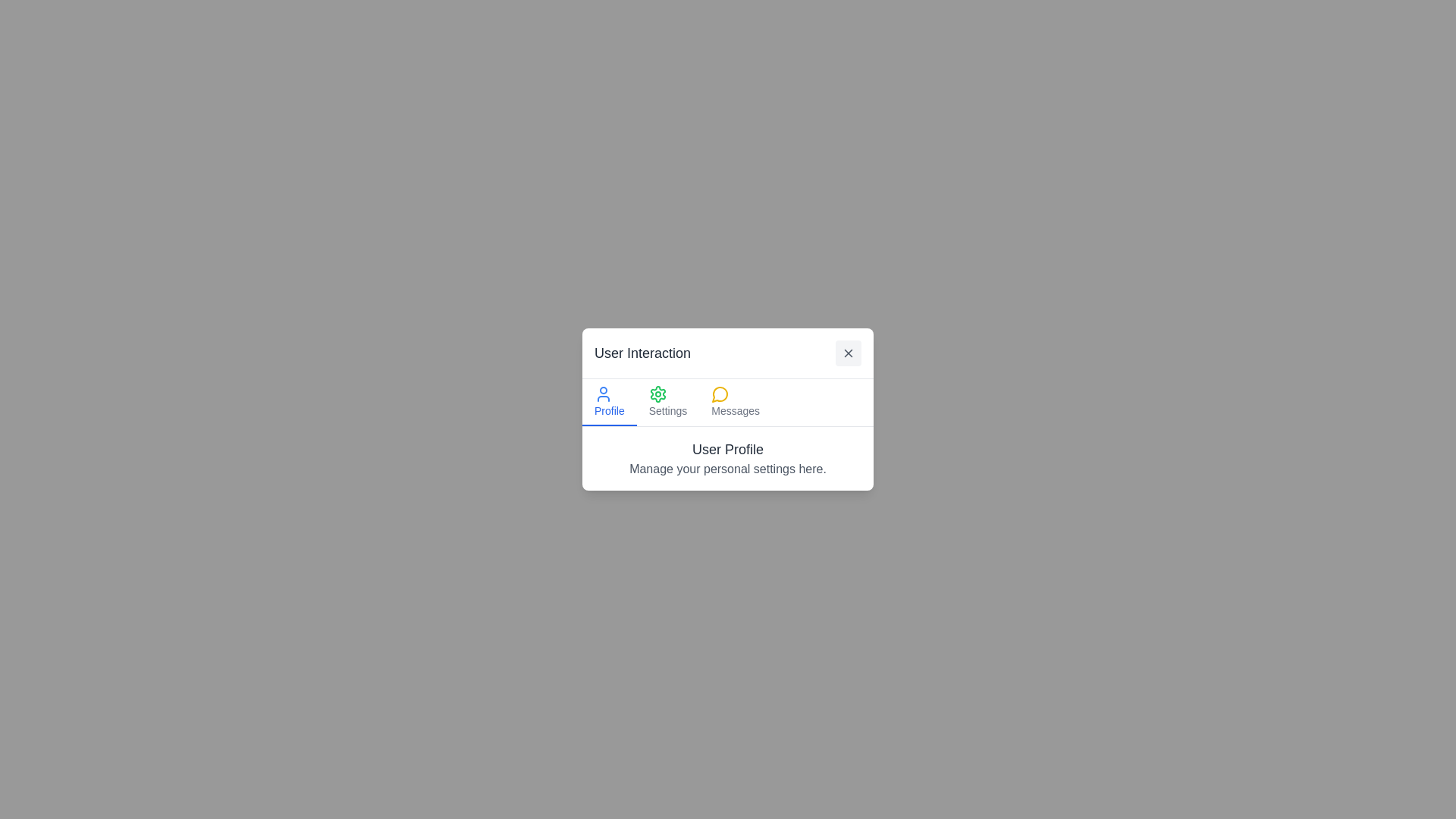 The height and width of the screenshot is (819, 1456). I want to click on the yellow speech bubble-style icon located near the 'Messages' label to focus on it, so click(719, 394).